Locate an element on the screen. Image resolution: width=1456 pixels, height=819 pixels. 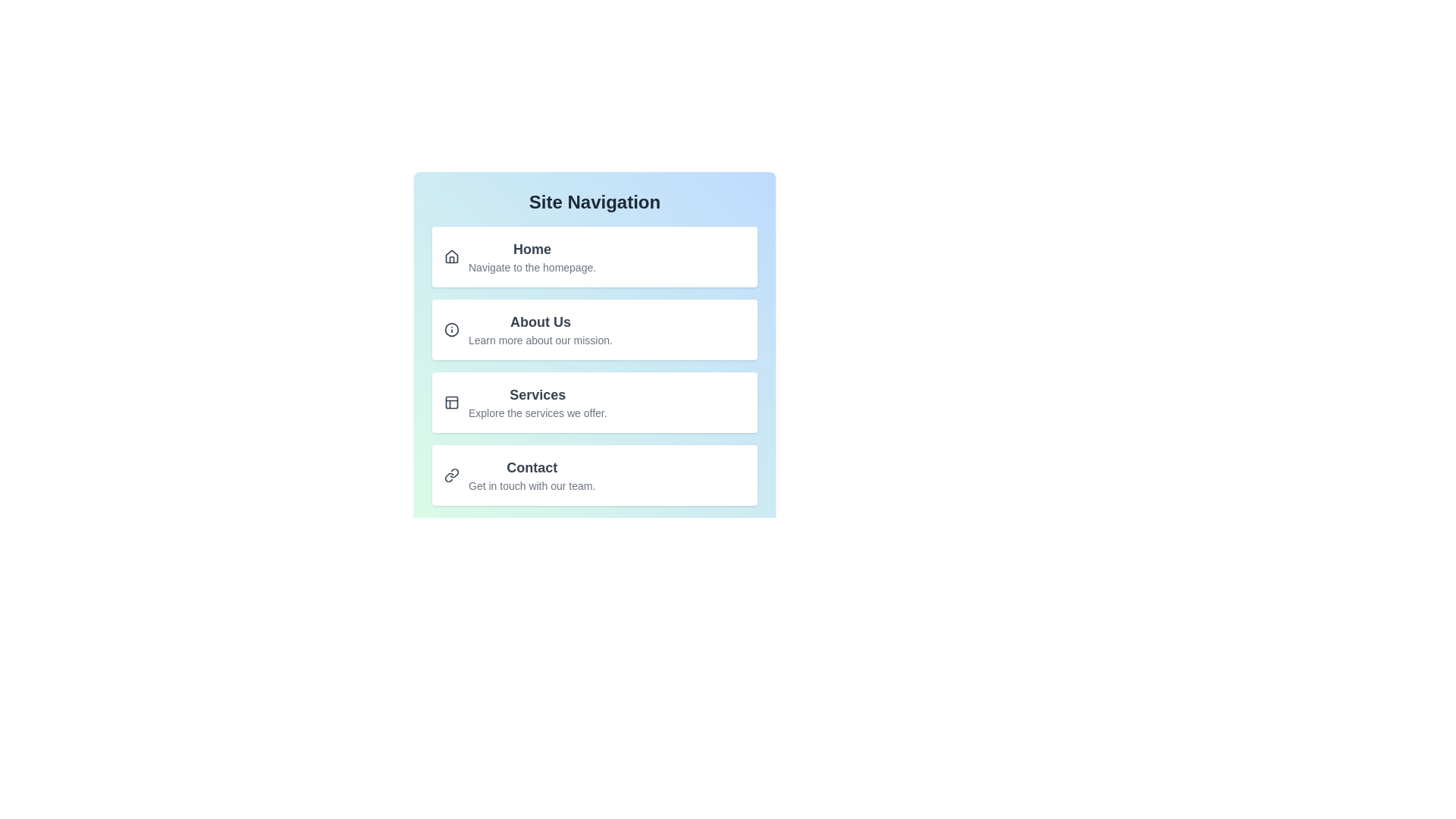
the 'About Us' navigation item, which features a bold heading and lighter subtext is located at coordinates (540, 329).